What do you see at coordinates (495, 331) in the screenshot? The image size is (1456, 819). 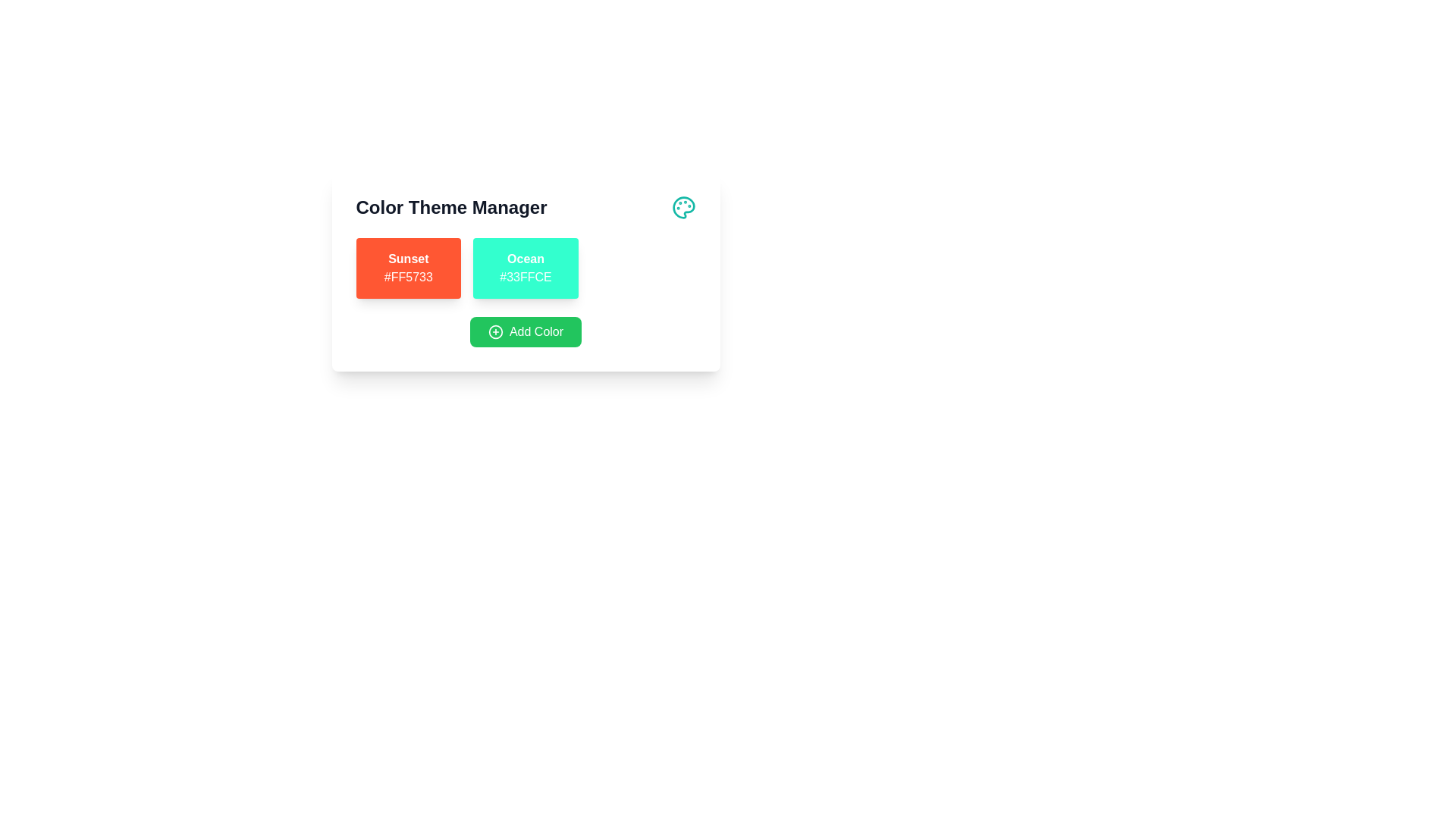 I see `the decorative circle component of the icon that suggests the functionality to add a color, located below the 'Sunset' and 'Ocean' color rectangles in the 'Color Theme Manager' card` at bounding box center [495, 331].